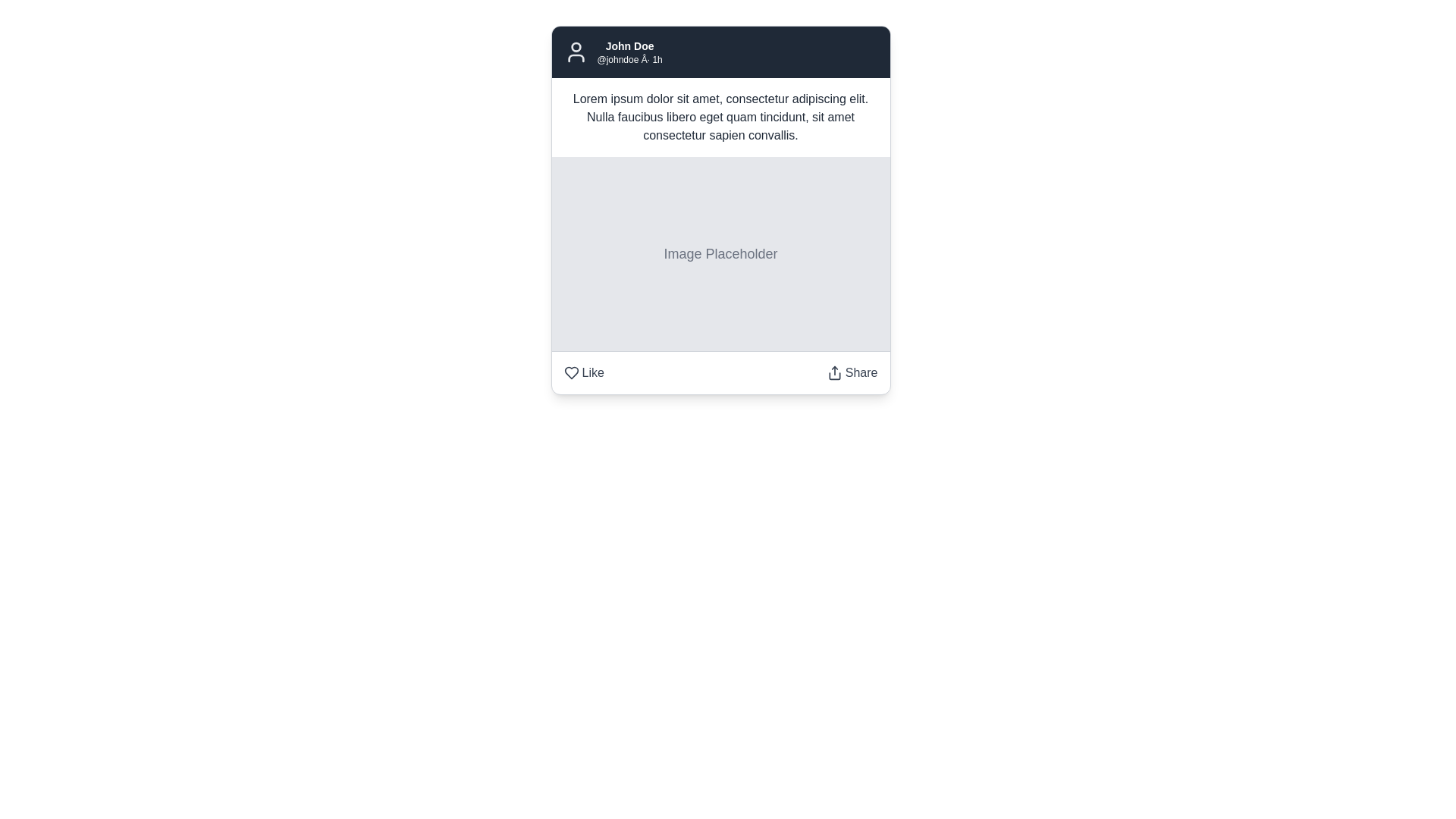 The image size is (1456, 819). I want to click on the 'like' text label located at the bottom left of the card interface, directly to the right of the heart-shaped icon, so click(592, 373).